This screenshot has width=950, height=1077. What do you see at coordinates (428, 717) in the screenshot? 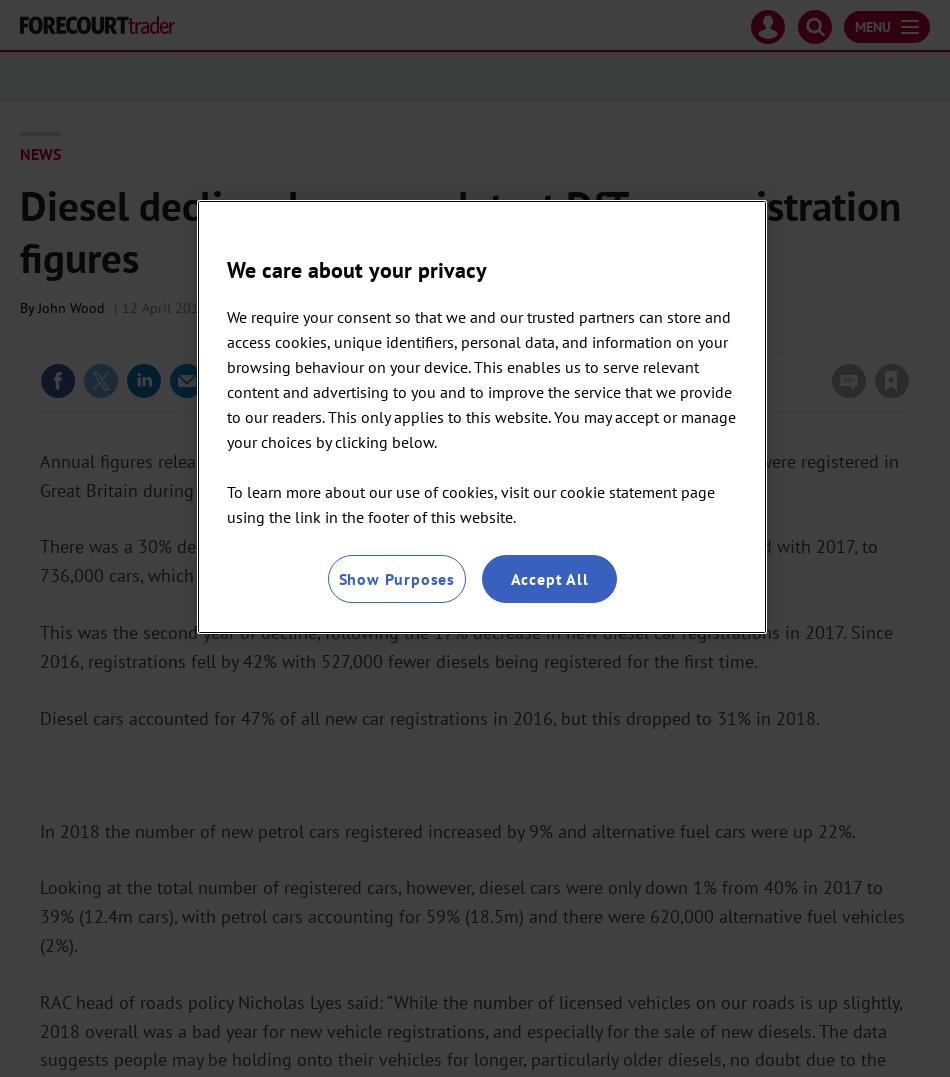
I see `'Diesel cars accounted for 47% of all new car registrations in 2016, but this dropped to 31% in 2018.'` at bounding box center [428, 717].